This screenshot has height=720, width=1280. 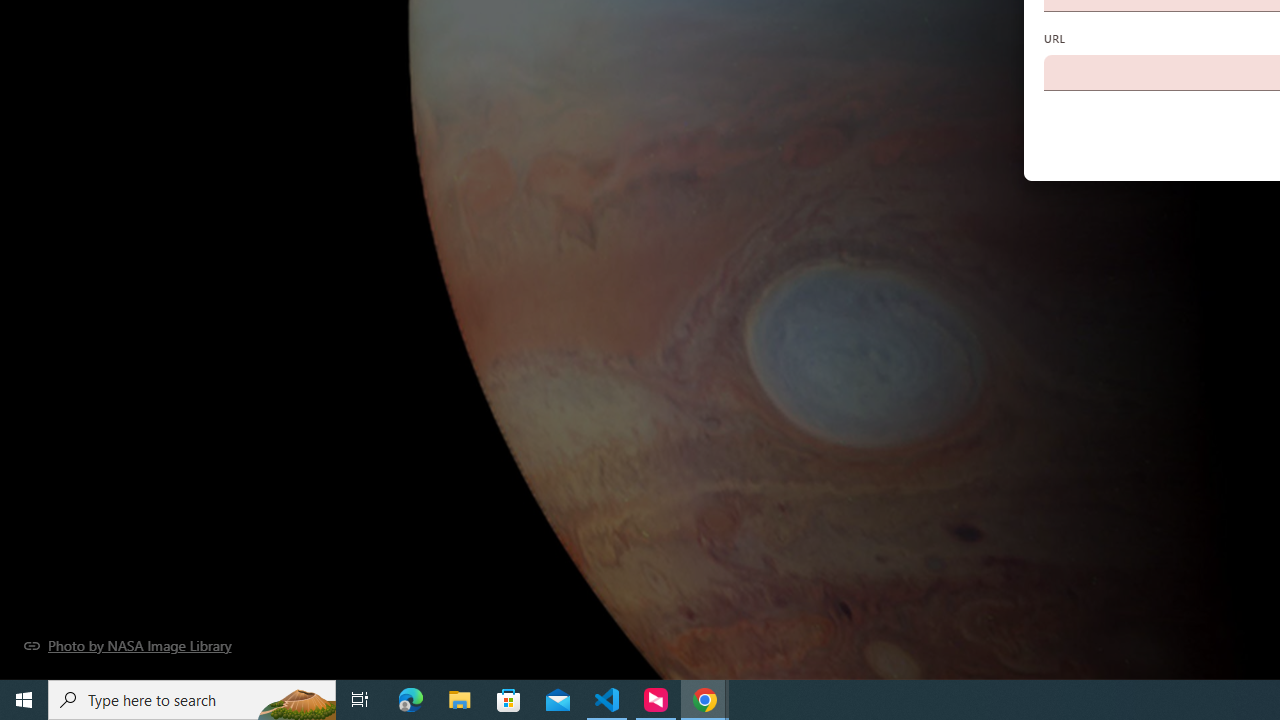 What do you see at coordinates (459, 698) in the screenshot?
I see `'File Explorer'` at bounding box center [459, 698].